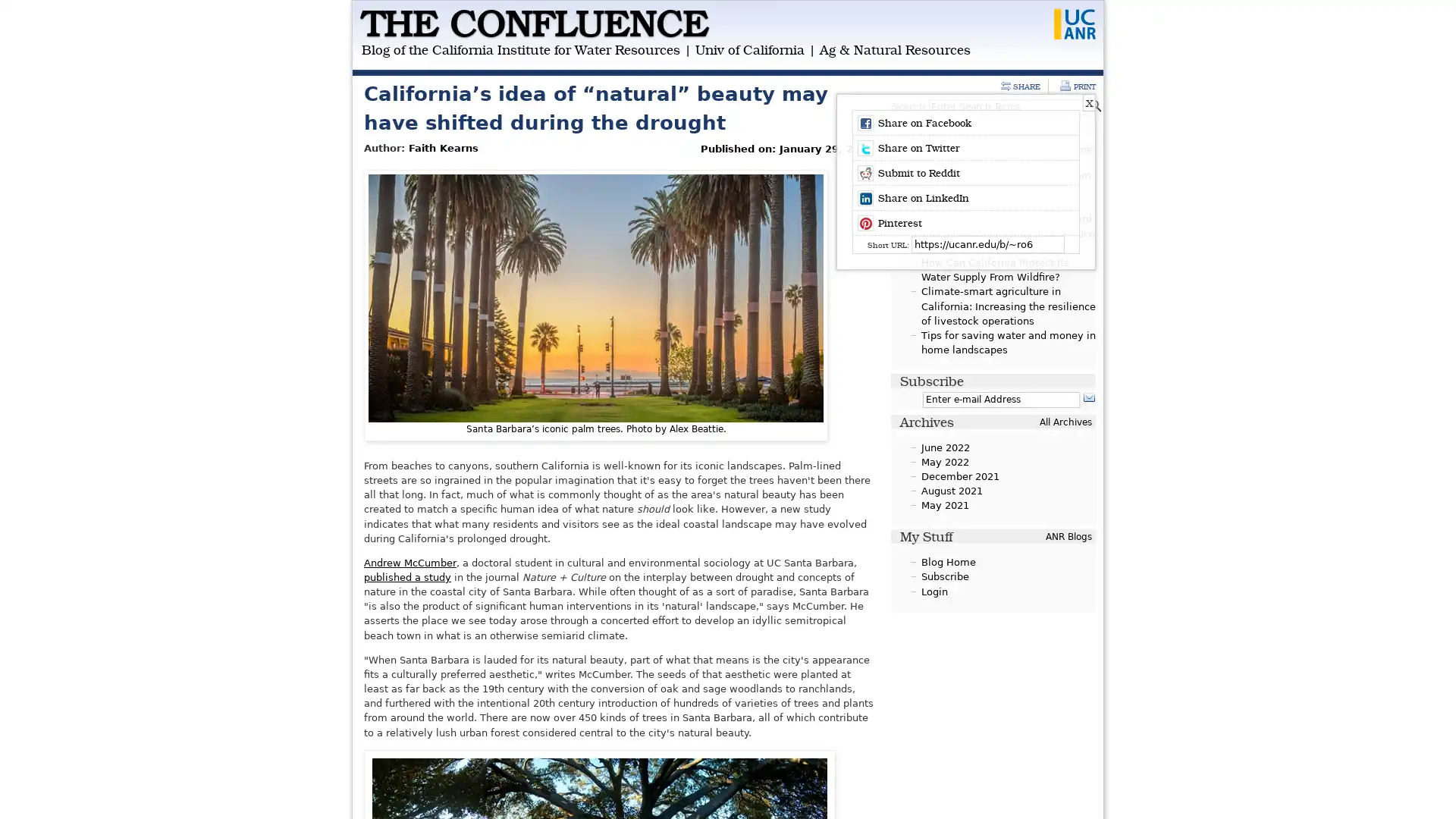 The image size is (1456, 819). I want to click on Search, so click(1094, 105).